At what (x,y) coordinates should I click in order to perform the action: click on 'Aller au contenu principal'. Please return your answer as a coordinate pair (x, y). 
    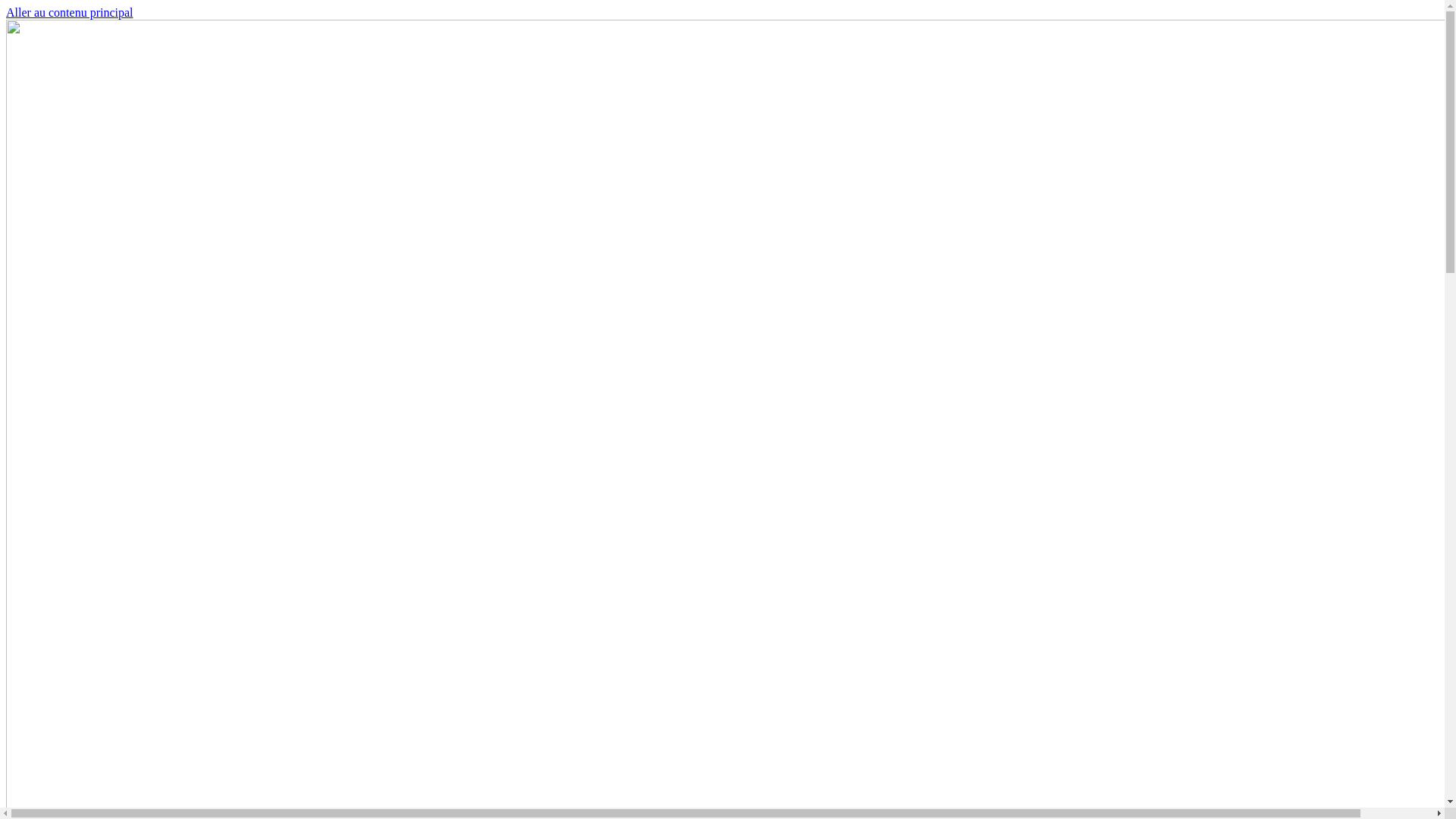
    Looking at the image, I should click on (68, 12).